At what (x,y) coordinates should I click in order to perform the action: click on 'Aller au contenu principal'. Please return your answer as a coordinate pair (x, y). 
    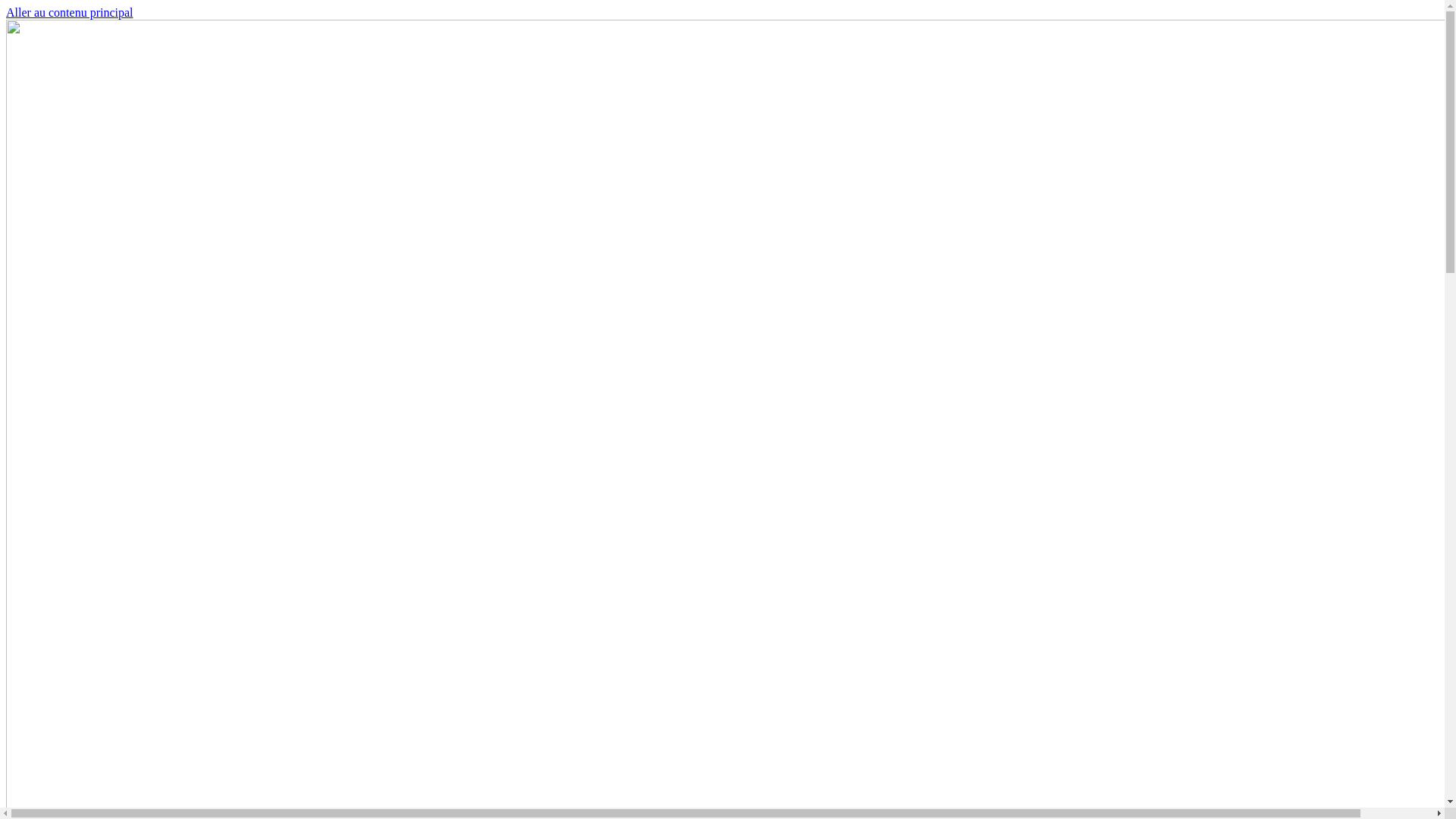
    Looking at the image, I should click on (68, 12).